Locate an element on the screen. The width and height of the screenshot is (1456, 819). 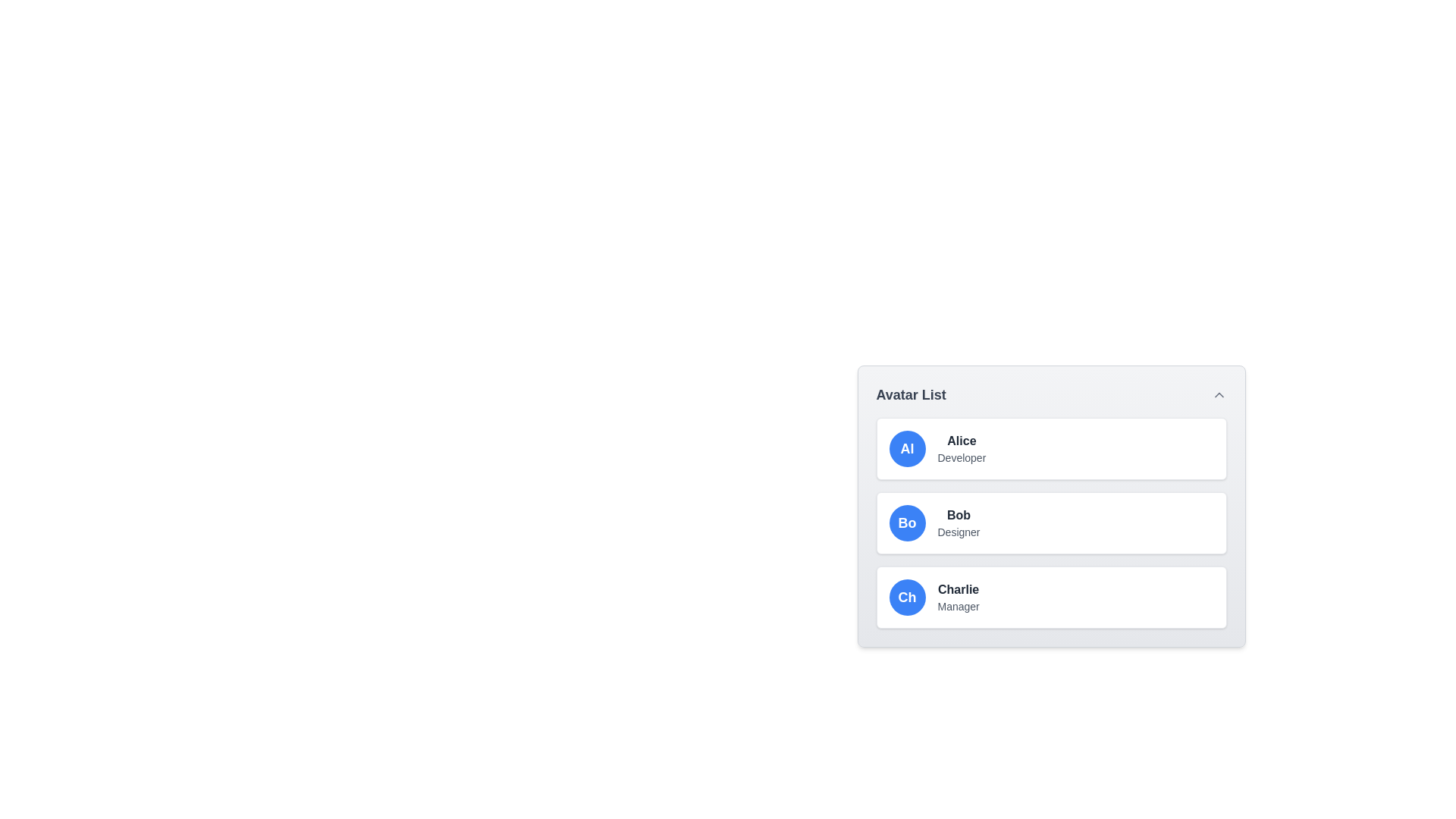
the upward-pointing triangular button (chevron) located to the far right of the 'Avatar List' heading for interaction feedback is located at coordinates (1219, 394).